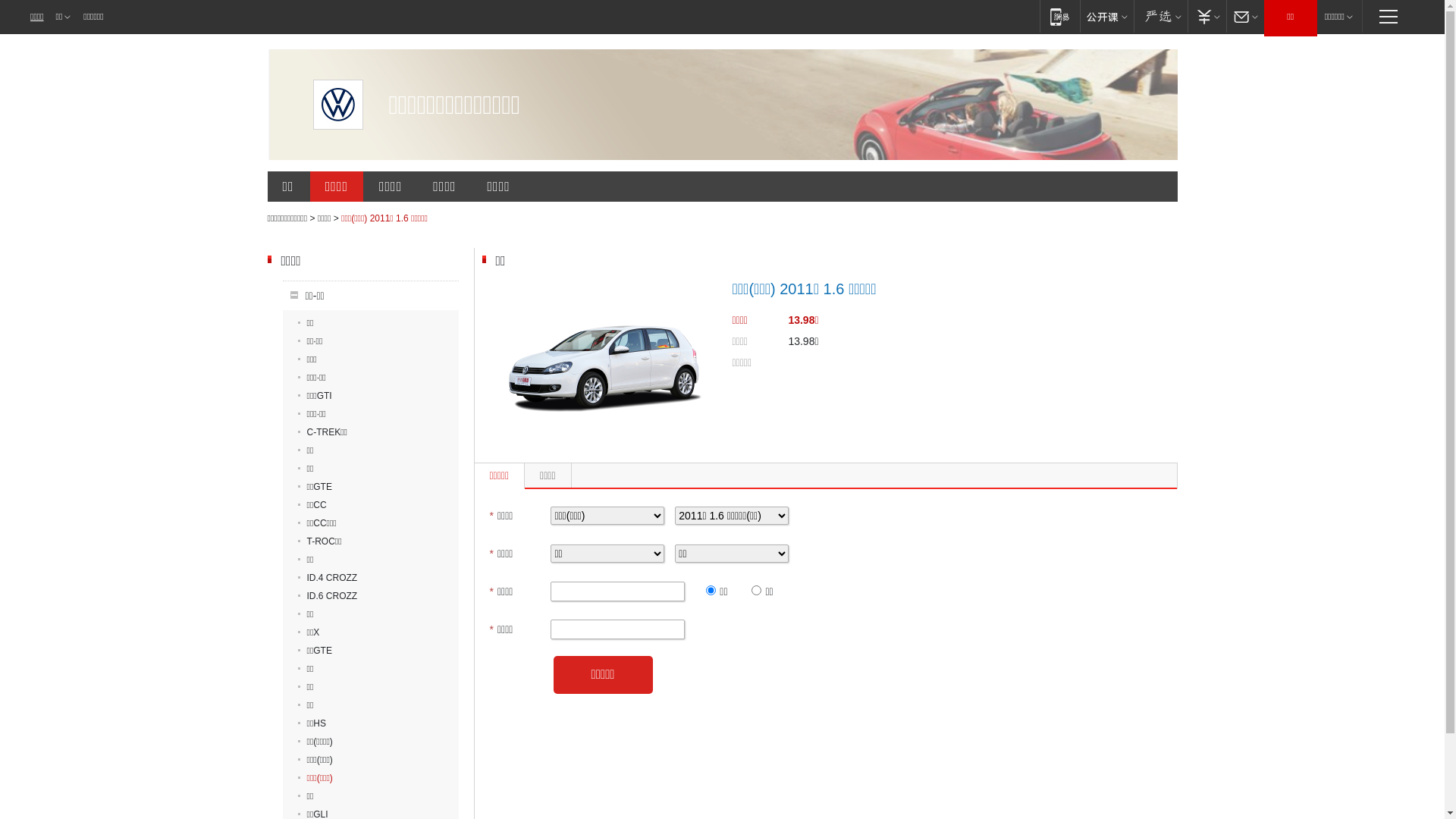 The image size is (1456, 819). I want to click on 'ID.6 CROZZ', so click(326, 595).